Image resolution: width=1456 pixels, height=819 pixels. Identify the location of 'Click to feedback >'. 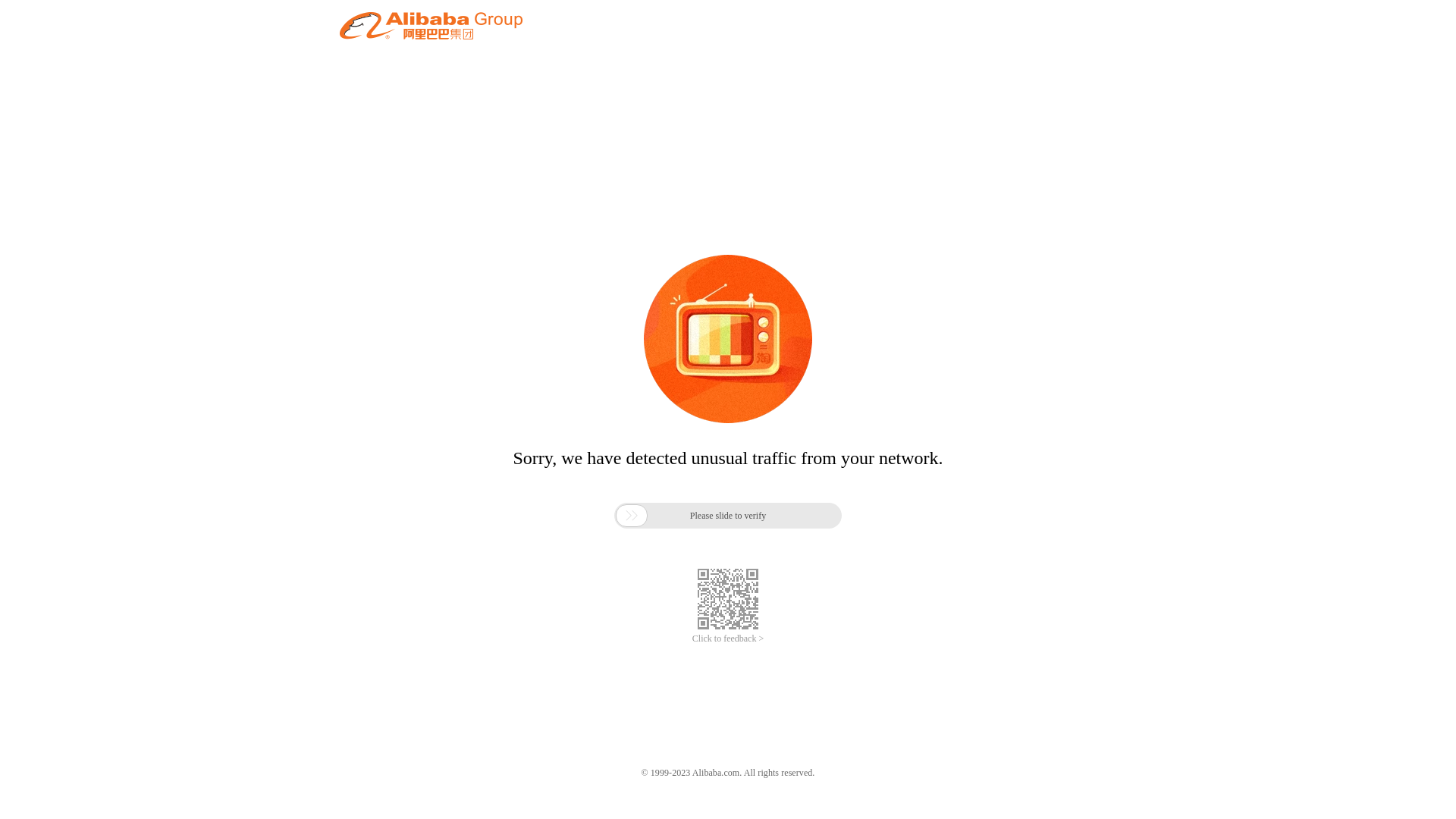
(728, 639).